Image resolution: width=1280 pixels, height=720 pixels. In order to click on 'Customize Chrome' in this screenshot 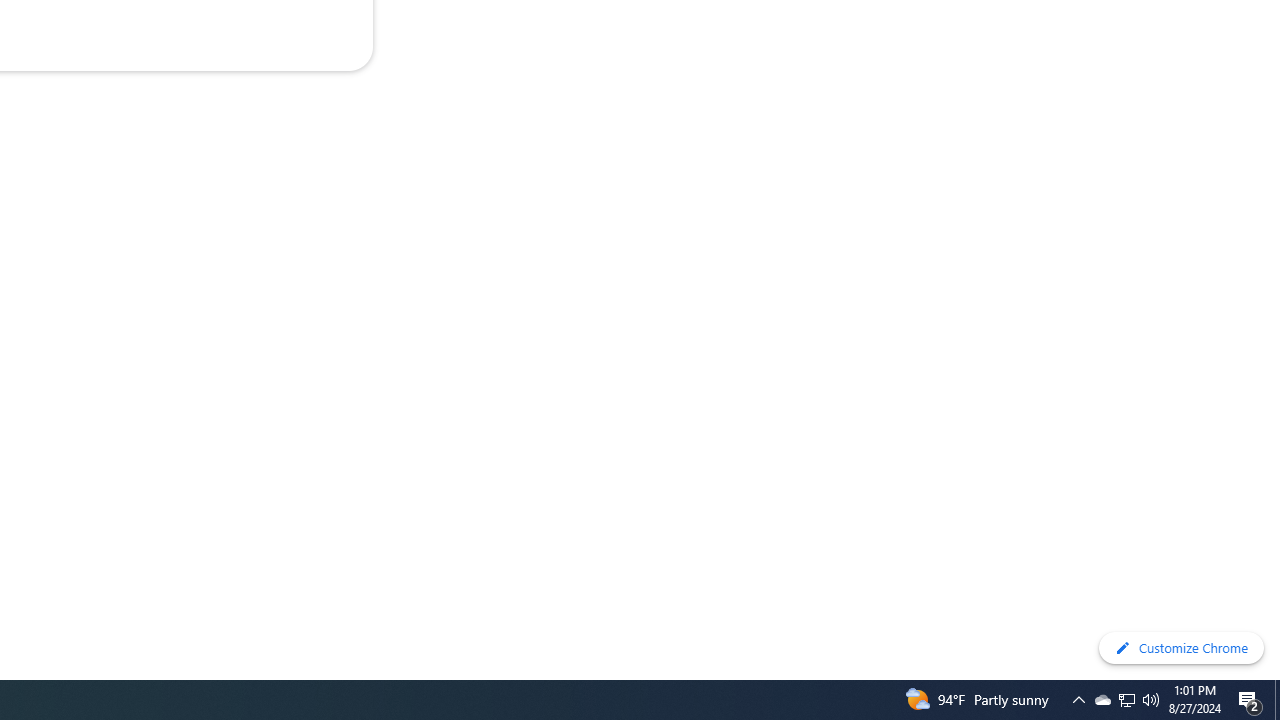, I will do `click(1181, 648)`.